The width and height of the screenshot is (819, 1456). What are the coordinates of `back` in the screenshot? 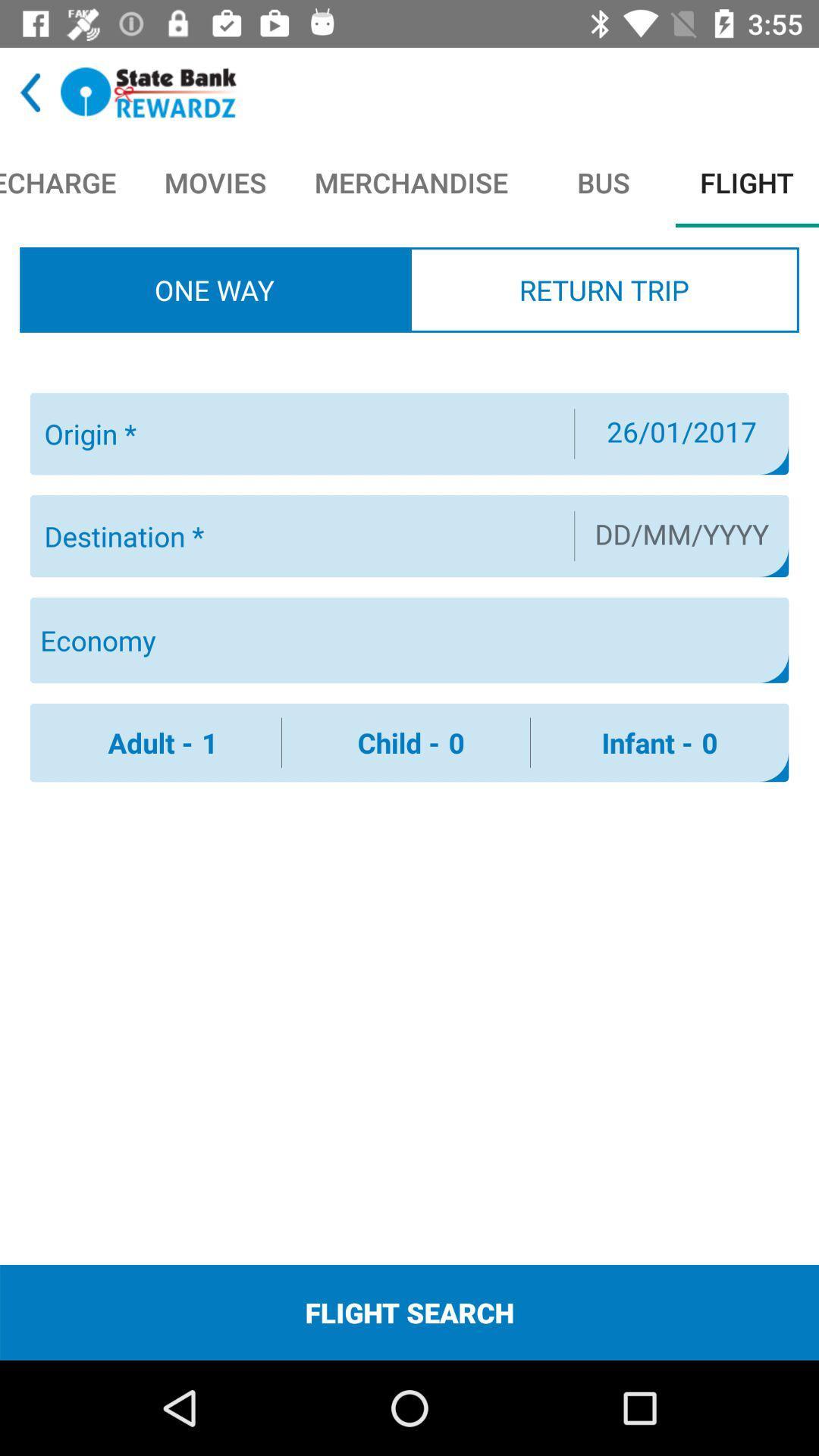 It's located at (30, 92).